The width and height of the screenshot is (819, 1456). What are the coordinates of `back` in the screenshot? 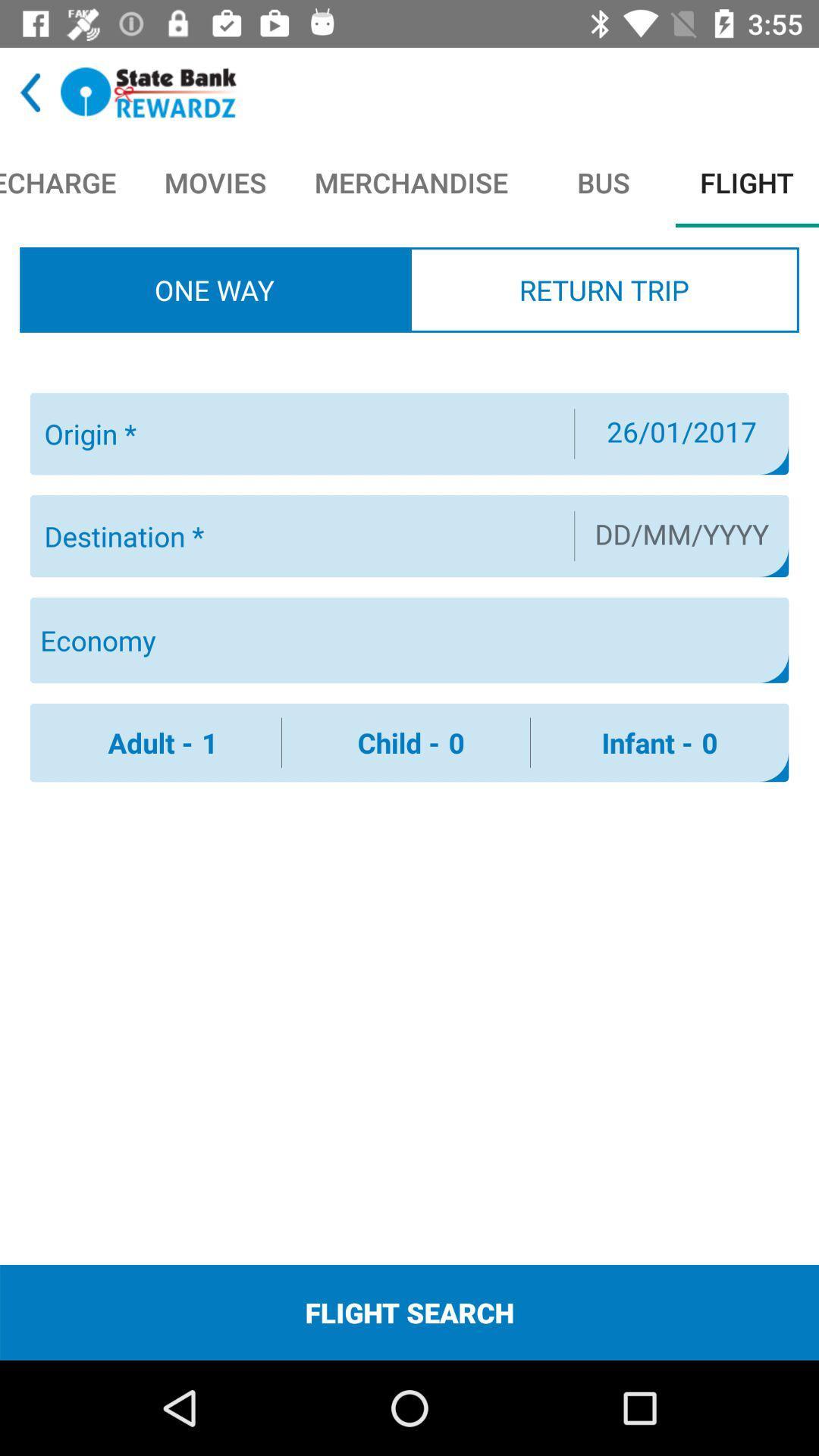 It's located at (30, 92).